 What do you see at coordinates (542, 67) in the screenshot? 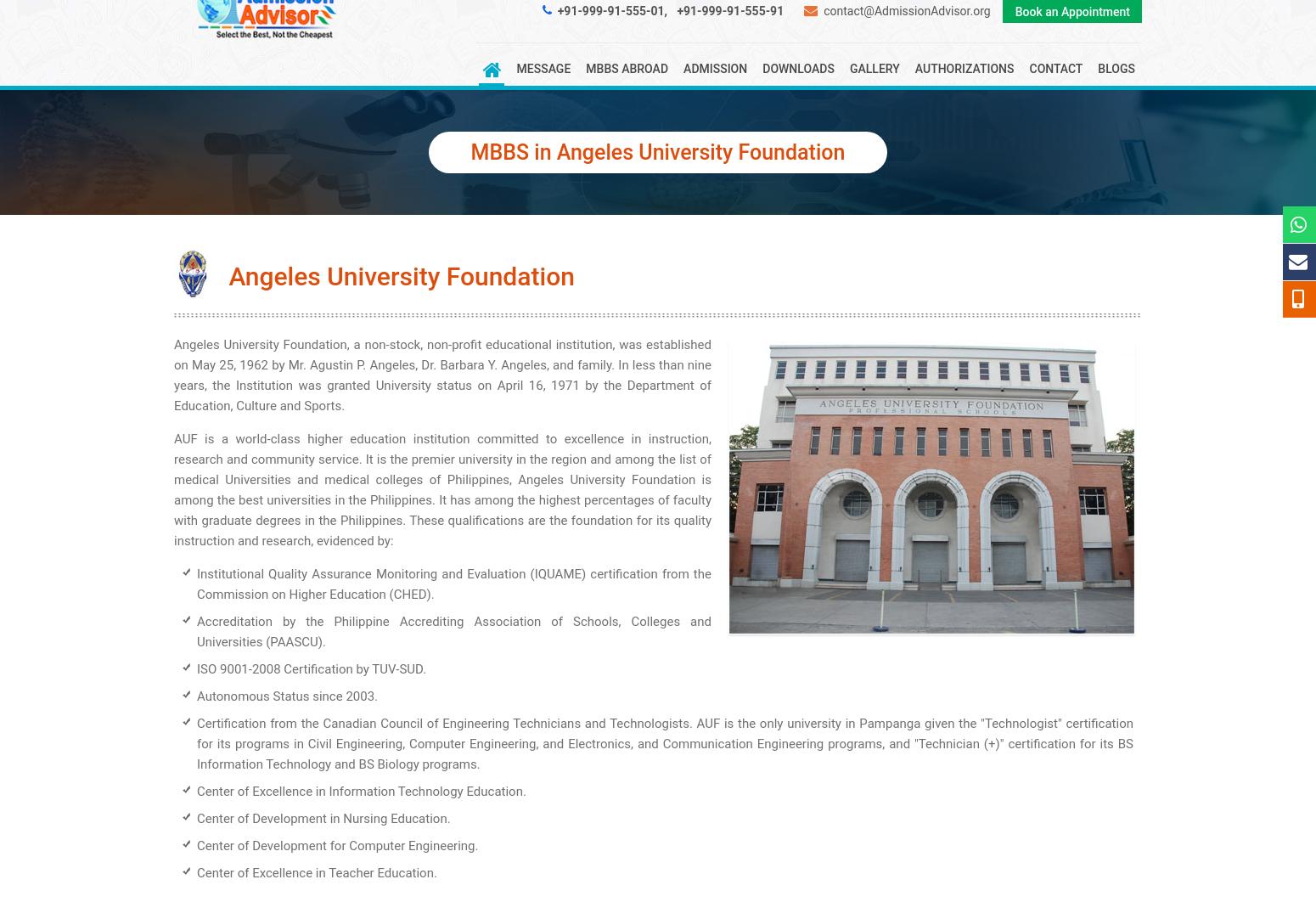
I see `'Message'` at bounding box center [542, 67].